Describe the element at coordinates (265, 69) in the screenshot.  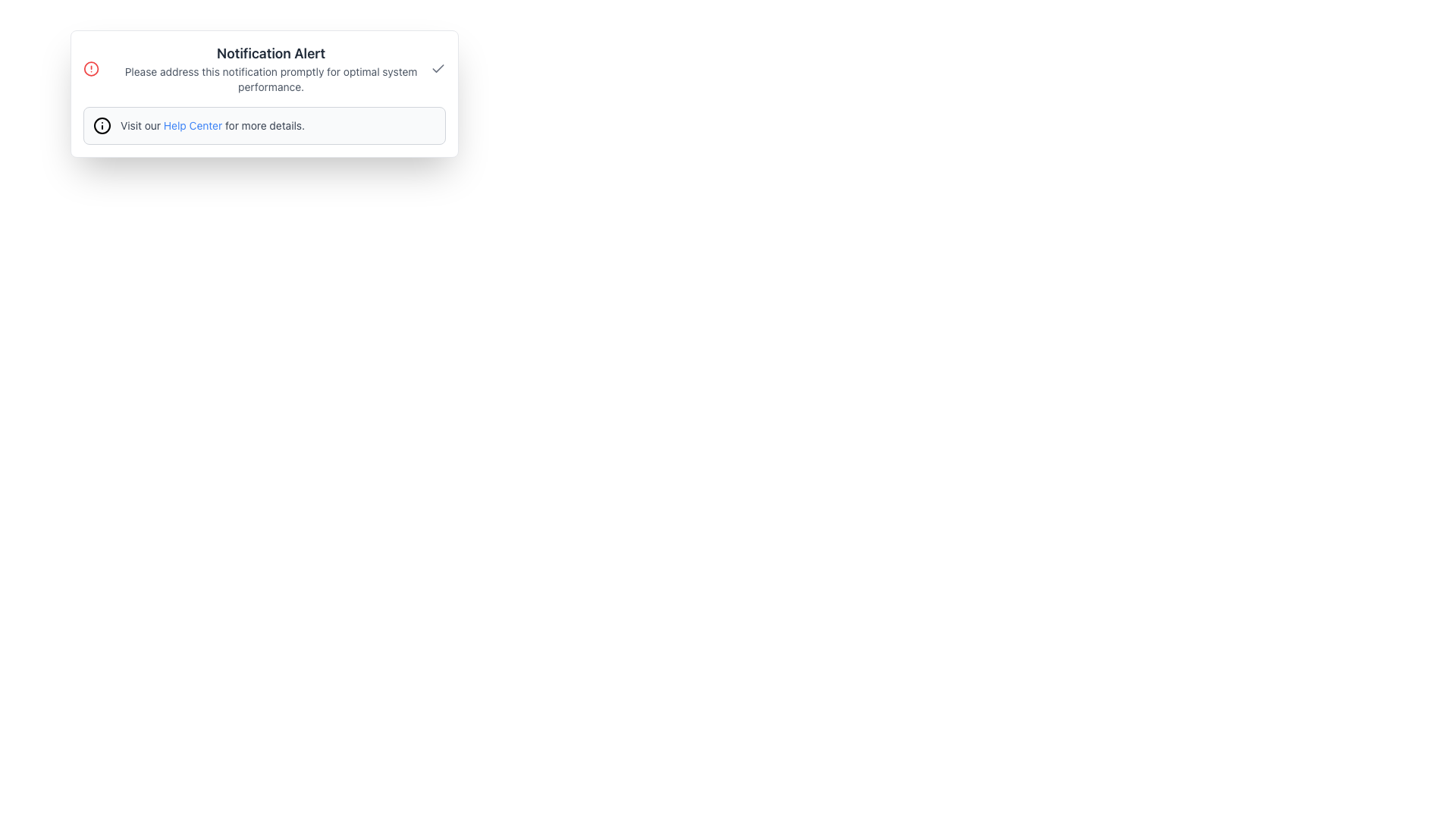
I see `the Notification bar at the top of the notification card that alerts users about important updates or messages` at that location.